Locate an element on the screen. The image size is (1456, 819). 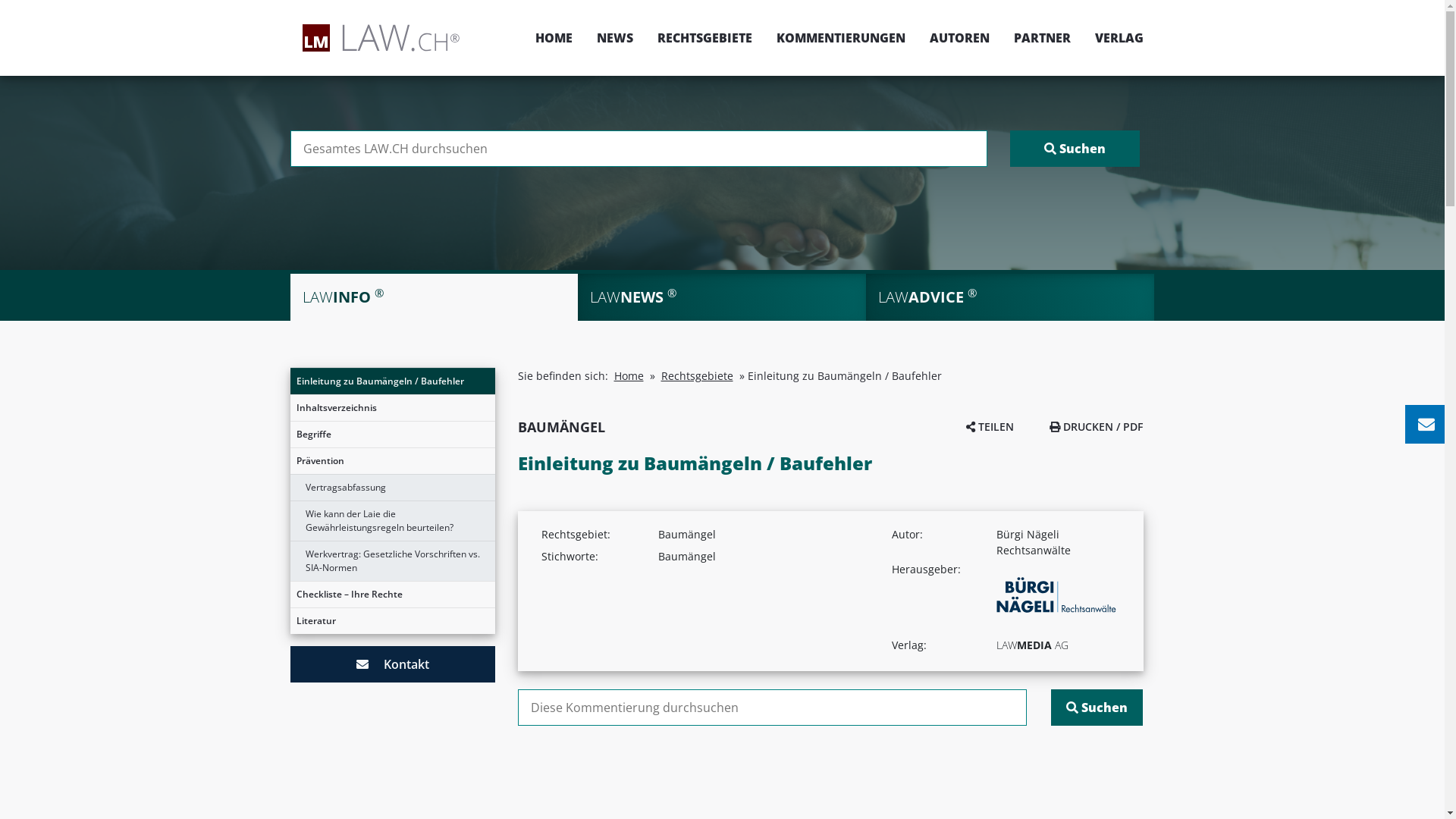
'Home' is located at coordinates (614, 375).